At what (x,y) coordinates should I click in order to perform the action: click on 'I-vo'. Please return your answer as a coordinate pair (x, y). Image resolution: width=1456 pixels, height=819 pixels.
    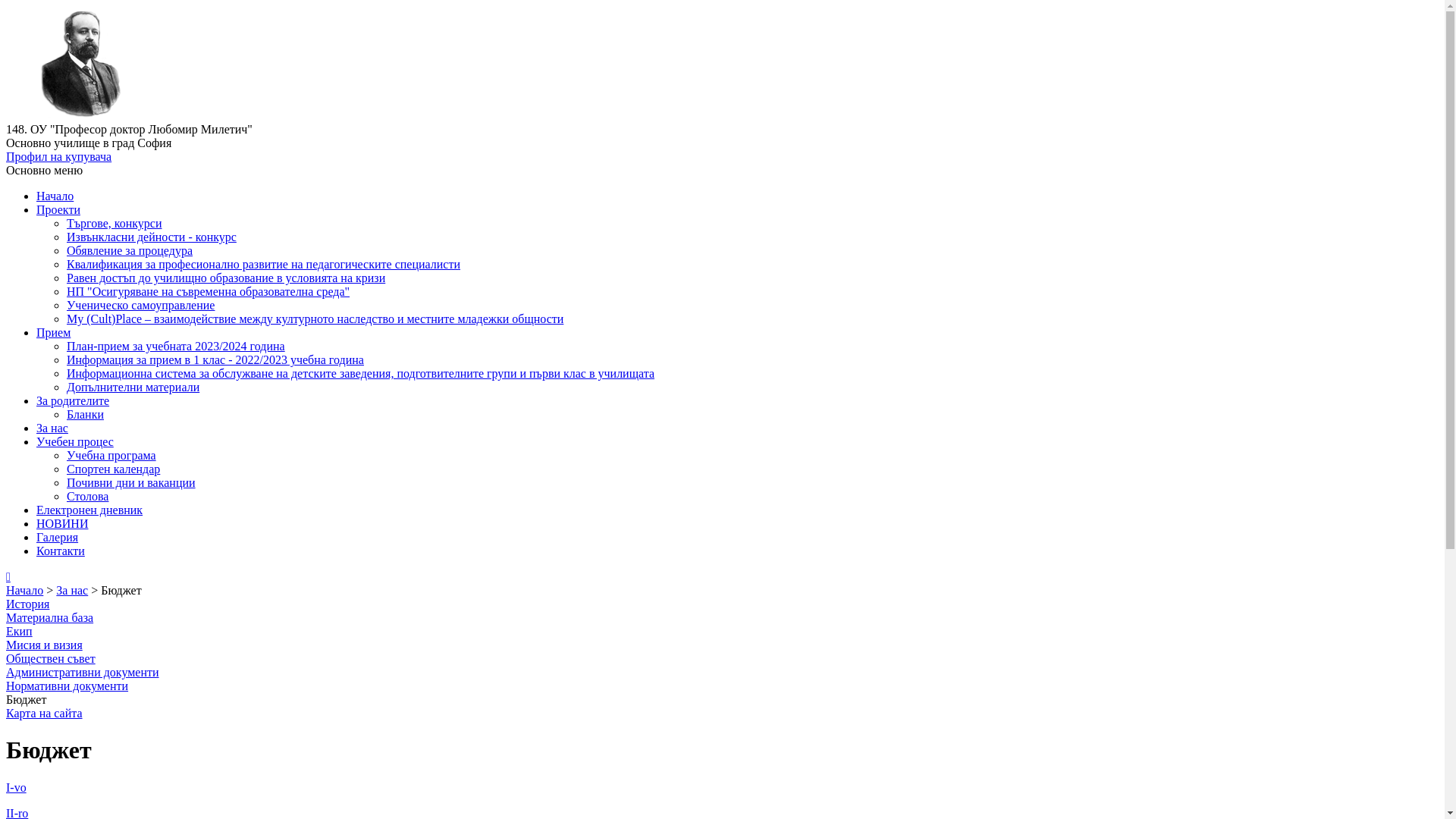
    Looking at the image, I should click on (16, 786).